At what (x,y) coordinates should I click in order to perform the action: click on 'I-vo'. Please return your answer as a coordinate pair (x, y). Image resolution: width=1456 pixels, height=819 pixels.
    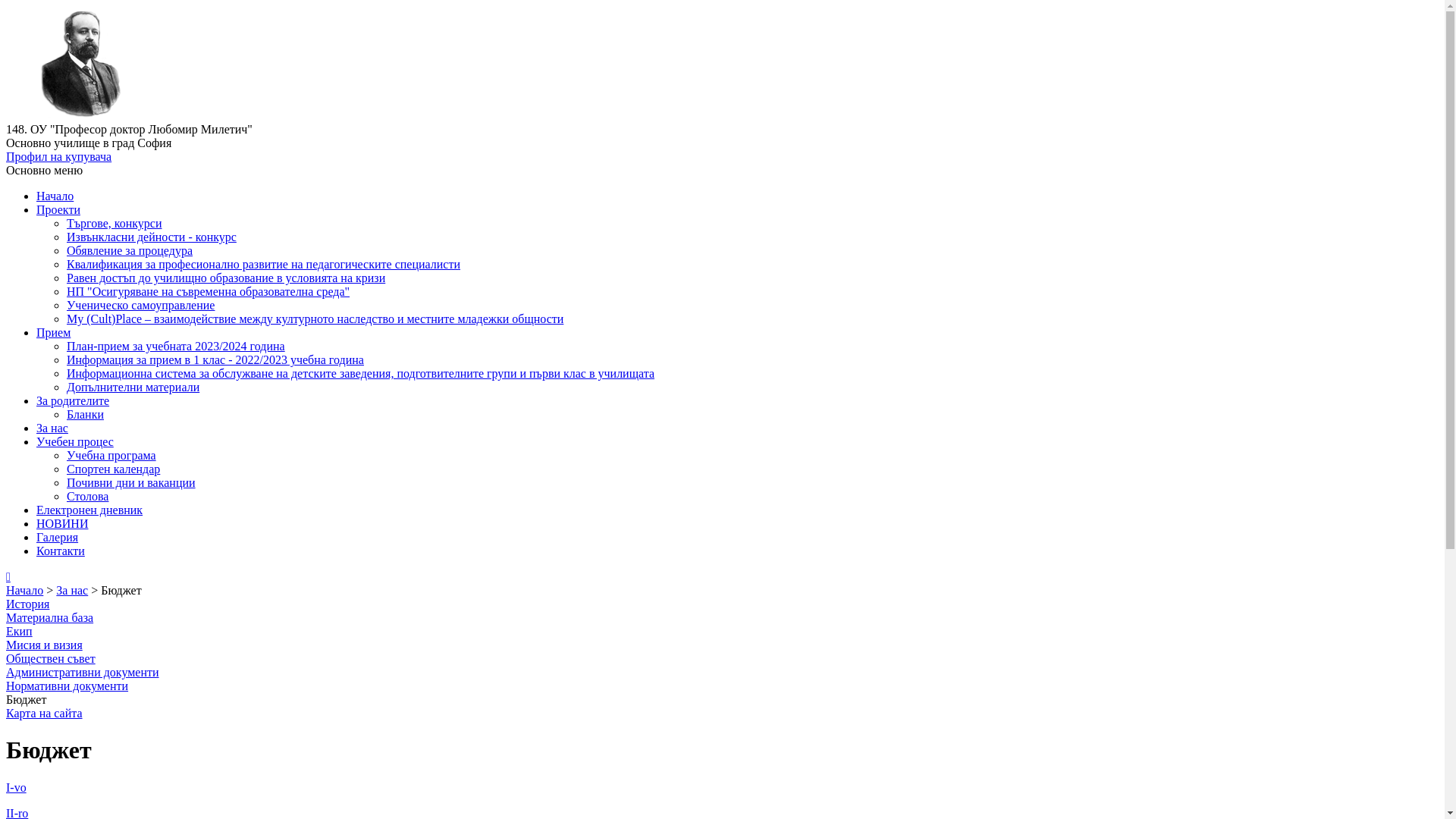
    Looking at the image, I should click on (16, 786).